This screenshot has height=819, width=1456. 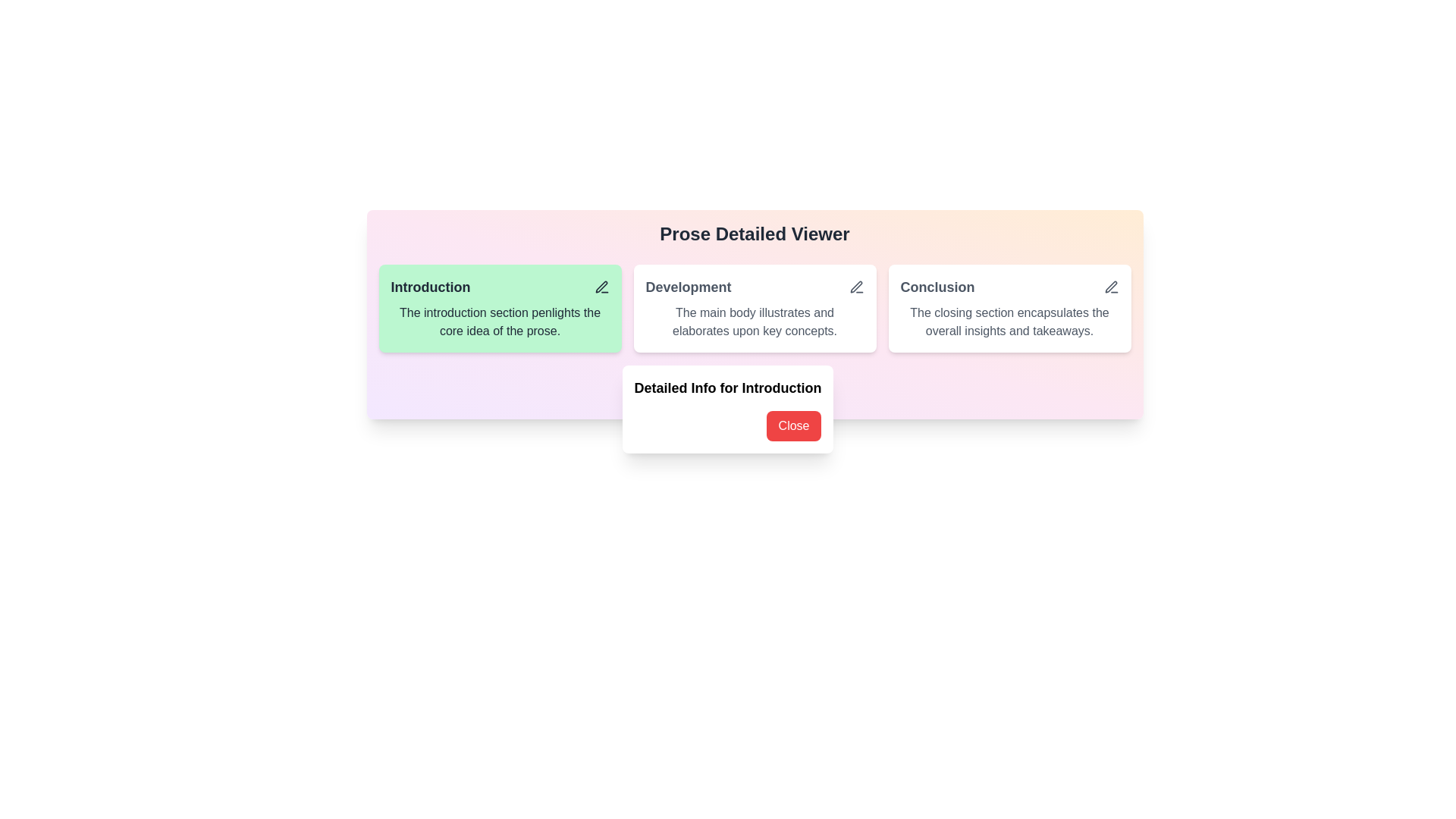 What do you see at coordinates (601, 287) in the screenshot?
I see `the edit icon located at the far-right corner of the light green box containing the 'Introduction' text` at bounding box center [601, 287].